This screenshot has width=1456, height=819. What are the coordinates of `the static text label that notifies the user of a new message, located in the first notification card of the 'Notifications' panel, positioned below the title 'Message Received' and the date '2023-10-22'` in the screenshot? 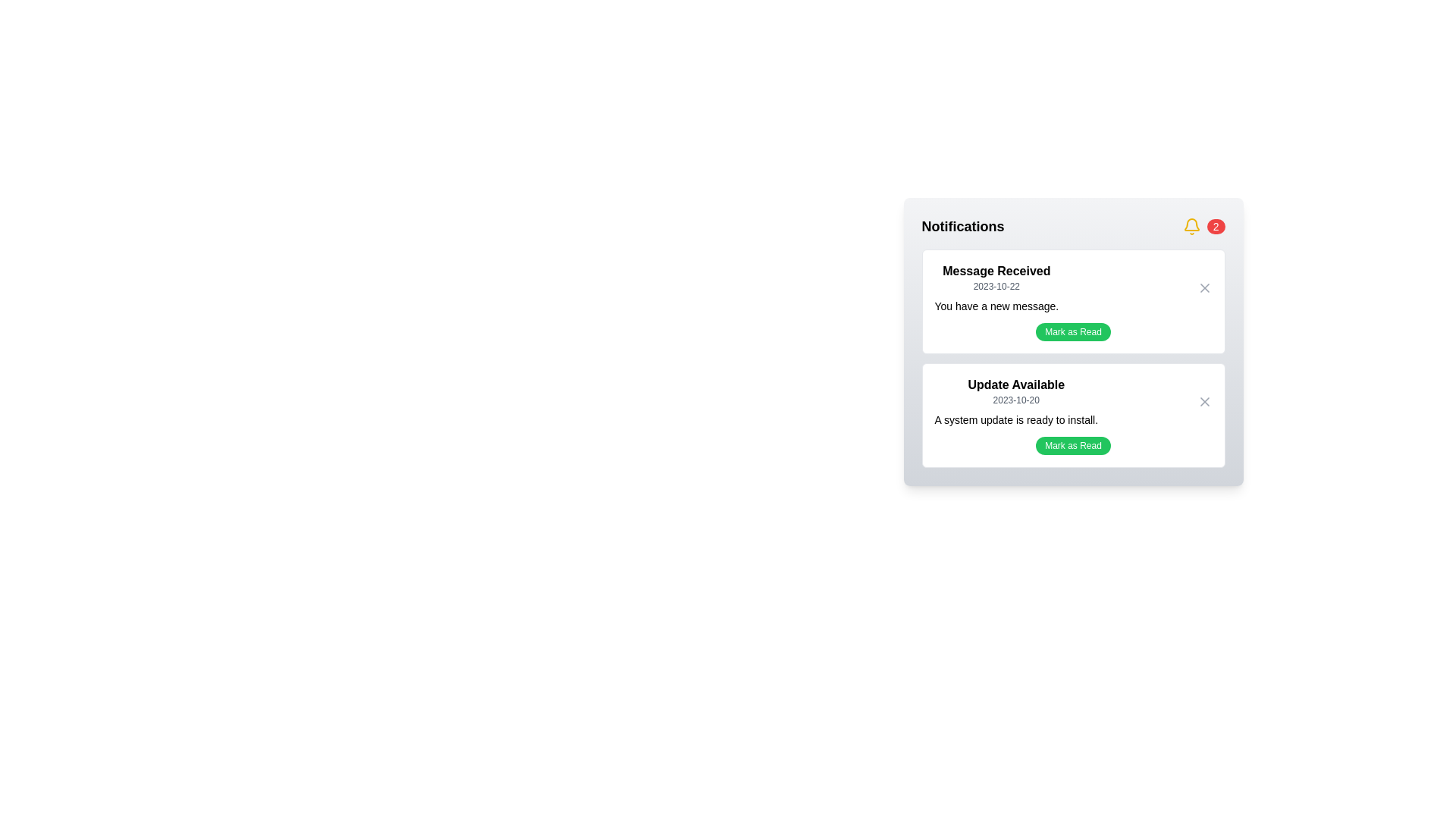 It's located at (996, 306).